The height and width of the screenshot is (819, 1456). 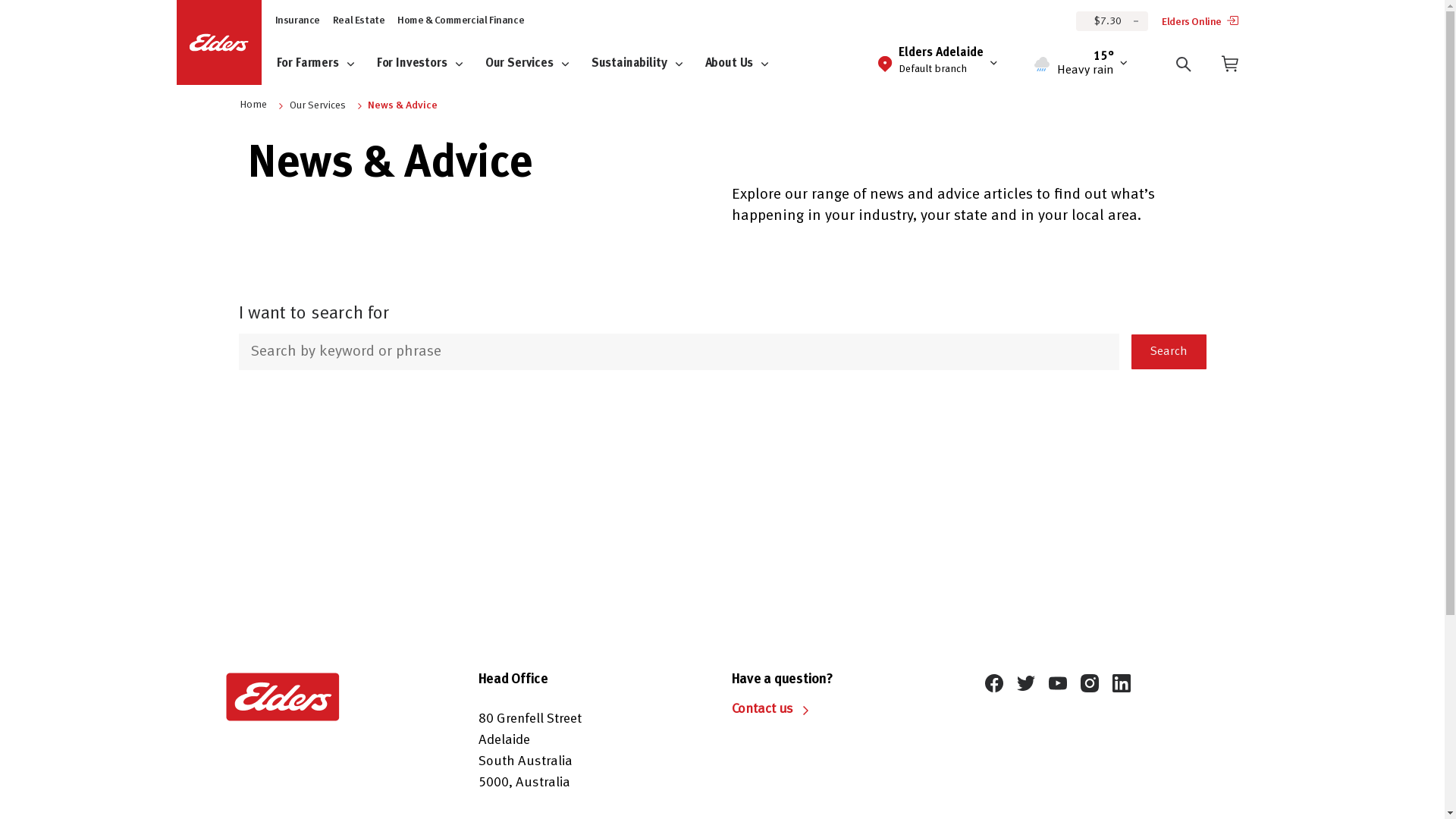 What do you see at coordinates (1199, 23) in the screenshot?
I see `'Elders Online'` at bounding box center [1199, 23].